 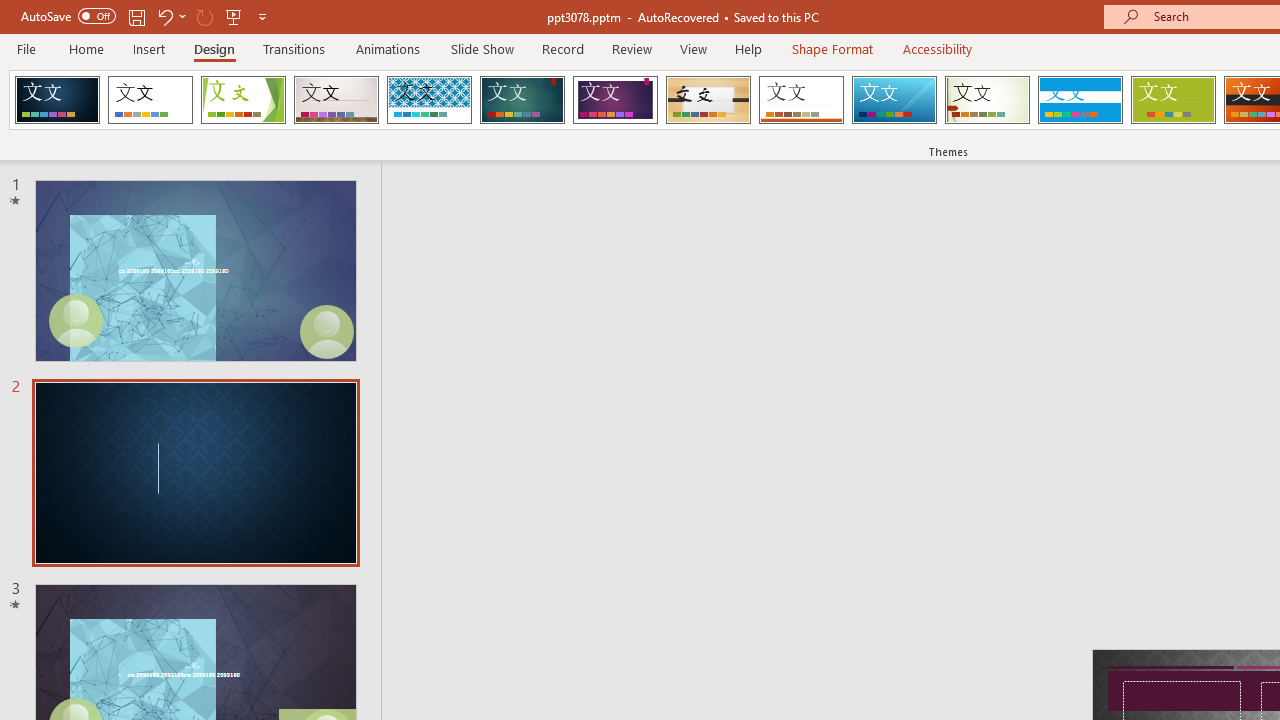 I want to click on 'Review', so click(x=630, y=48).